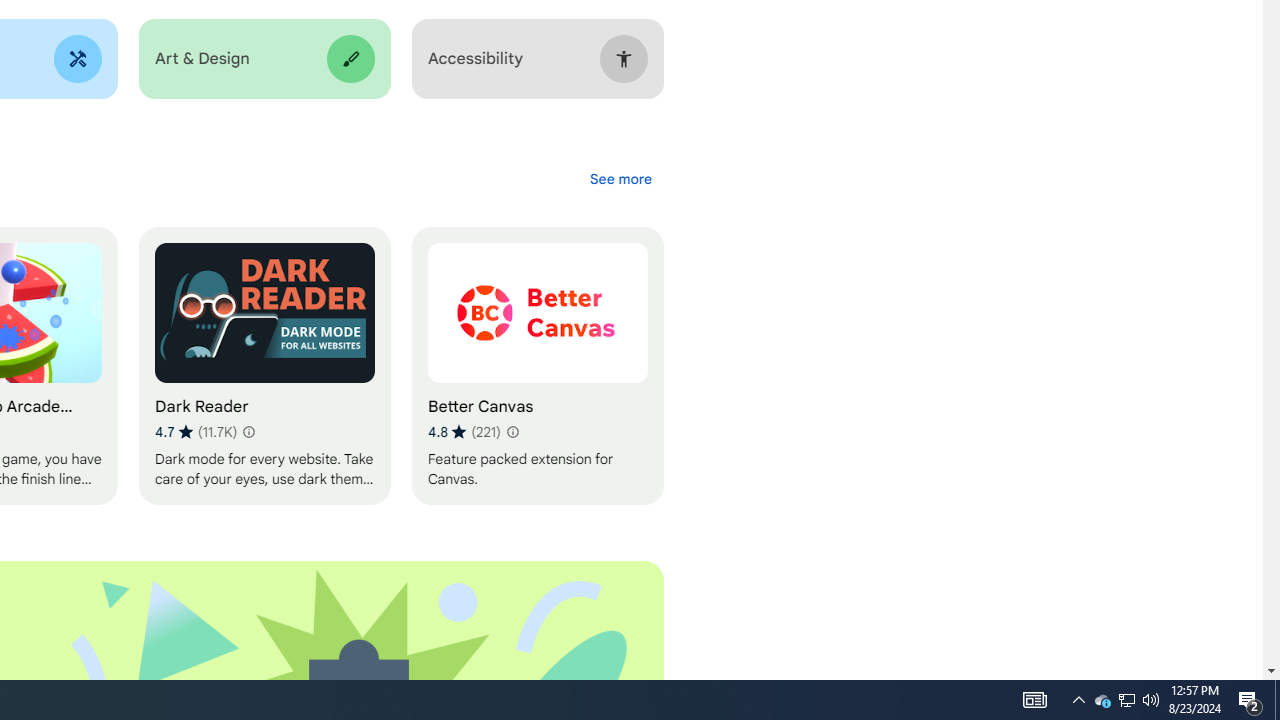  Describe the element at coordinates (263, 366) in the screenshot. I see `'Dark Reader'` at that location.